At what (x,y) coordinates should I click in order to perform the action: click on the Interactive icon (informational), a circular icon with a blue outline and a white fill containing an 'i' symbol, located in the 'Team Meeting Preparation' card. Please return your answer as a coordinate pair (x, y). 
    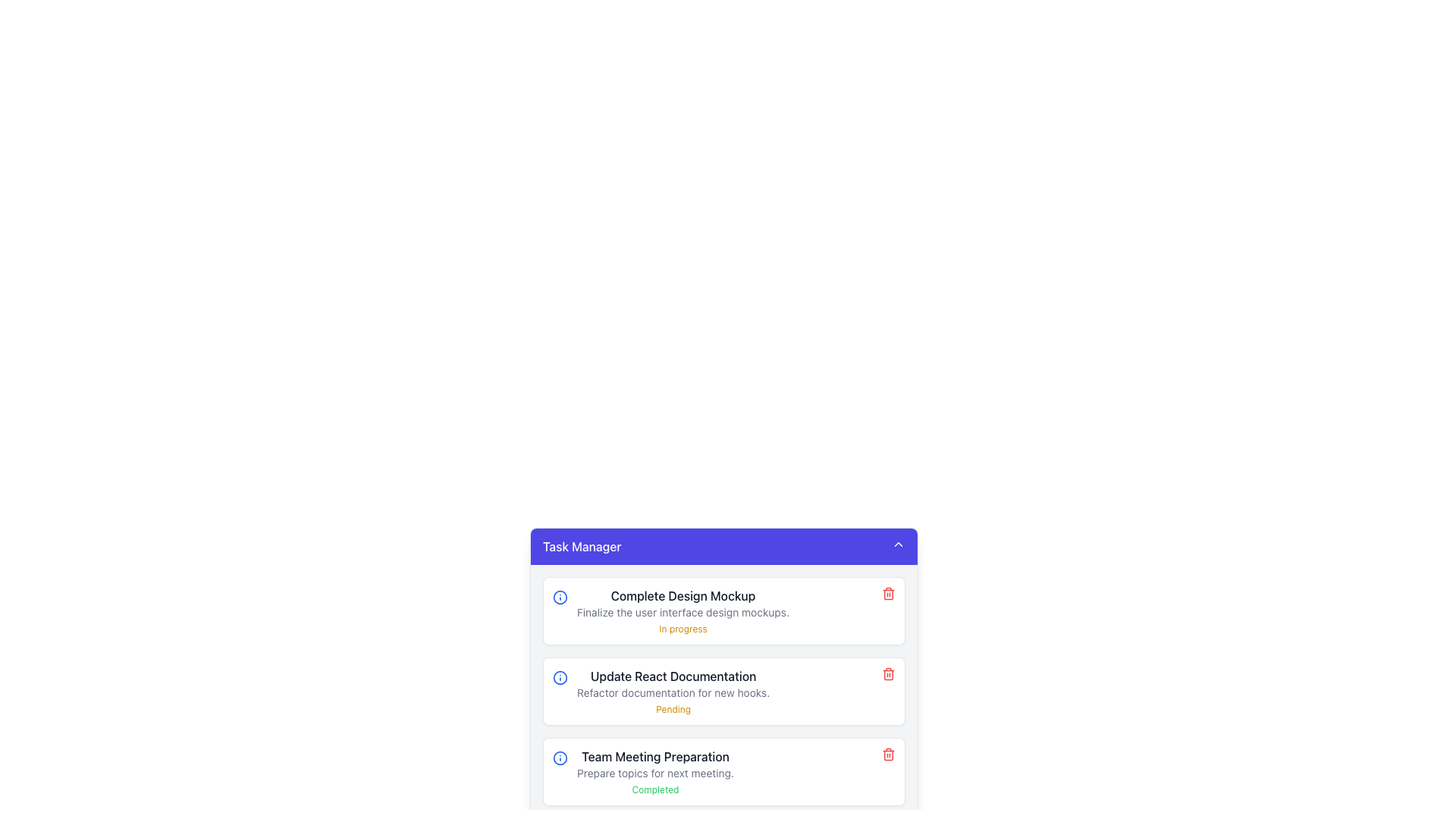
    Looking at the image, I should click on (560, 758).